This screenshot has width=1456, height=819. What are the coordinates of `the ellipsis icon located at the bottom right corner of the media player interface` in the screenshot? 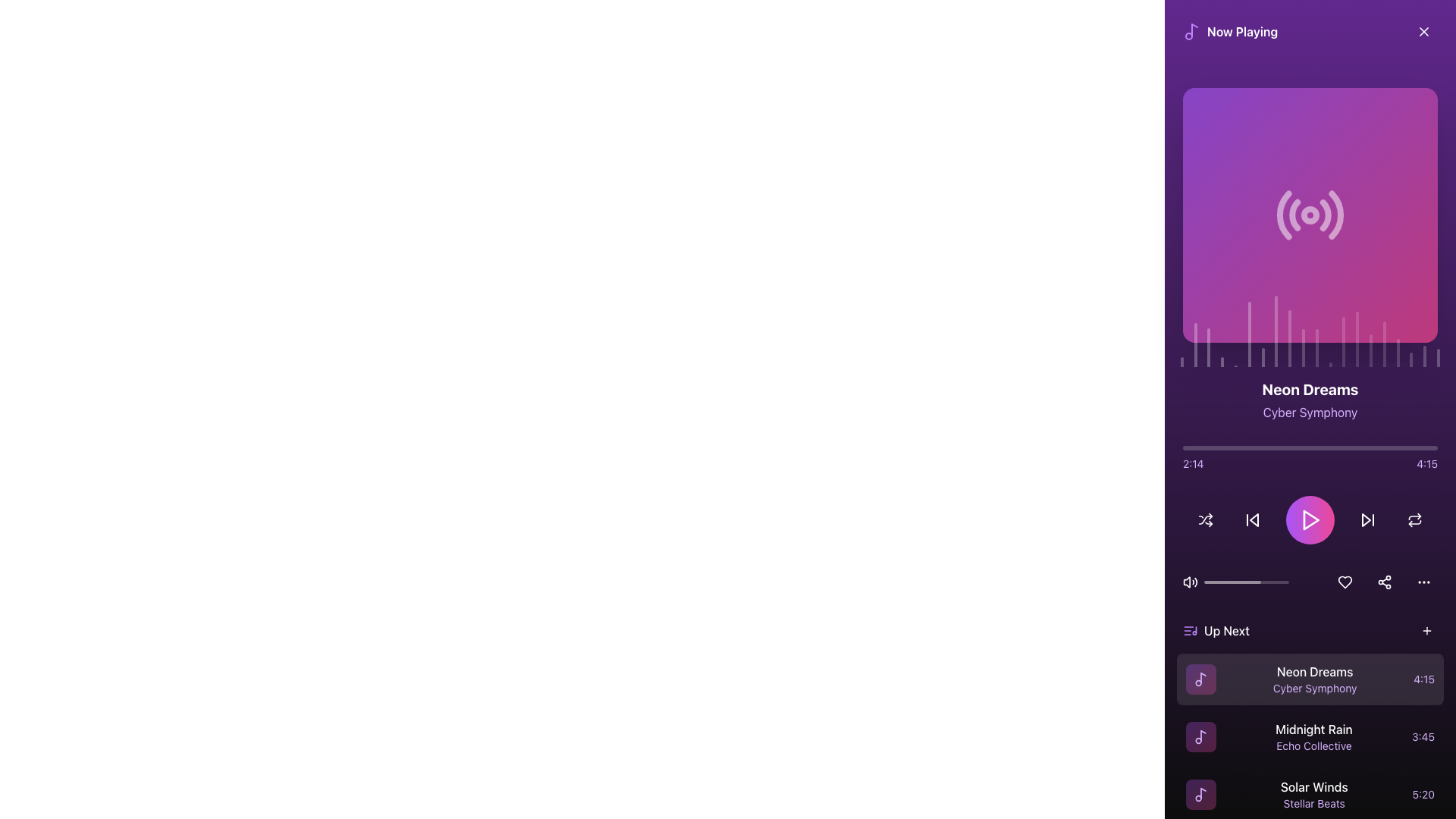 It's located at (1423, 581).